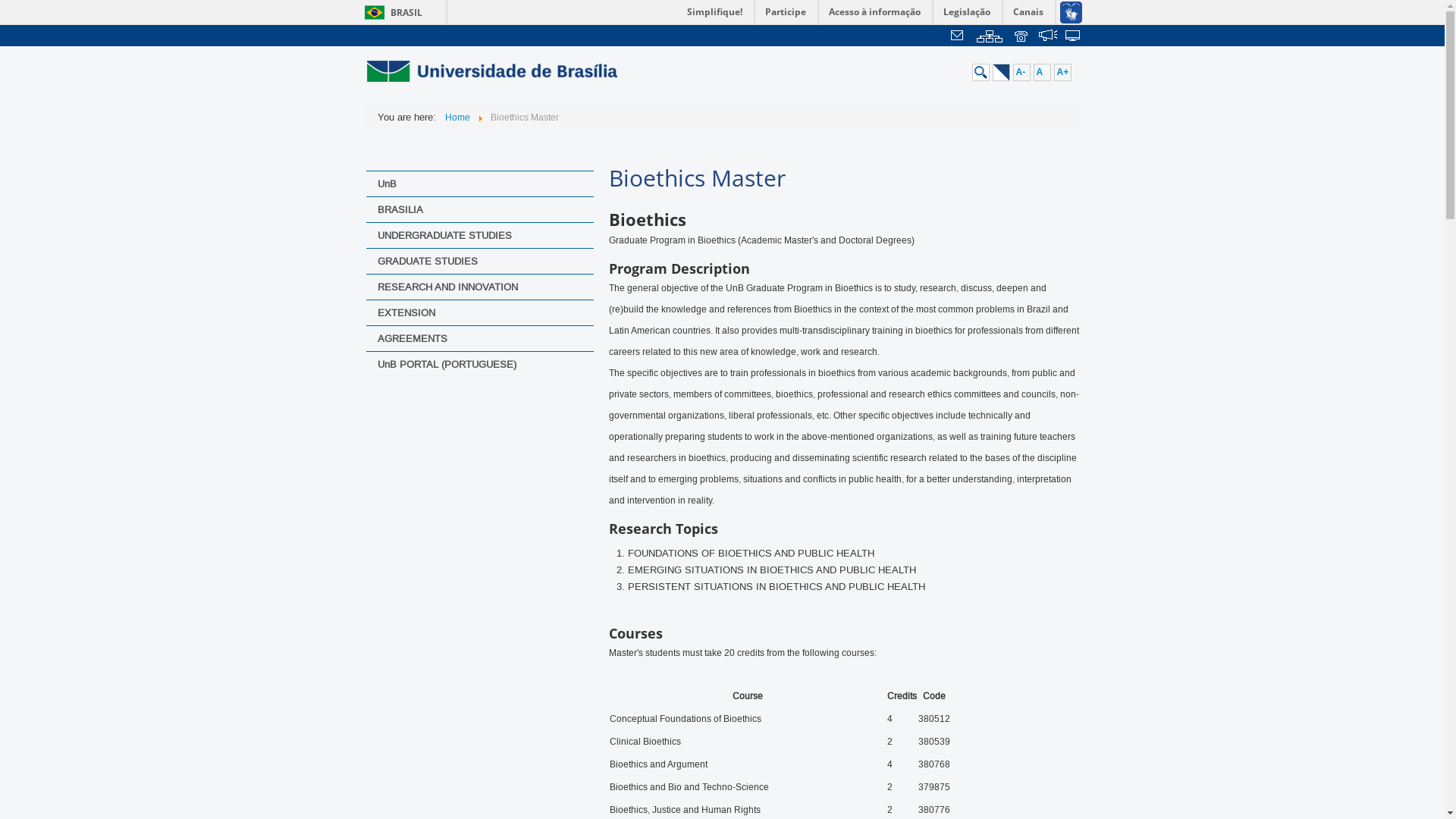 Image resolution: width=1456 pixels, height=819 pixels. Describe the element at coordinates (479, 364) in the screenshot. I see `'UnB PORTAL (PORTUGUESE)'` at that location.